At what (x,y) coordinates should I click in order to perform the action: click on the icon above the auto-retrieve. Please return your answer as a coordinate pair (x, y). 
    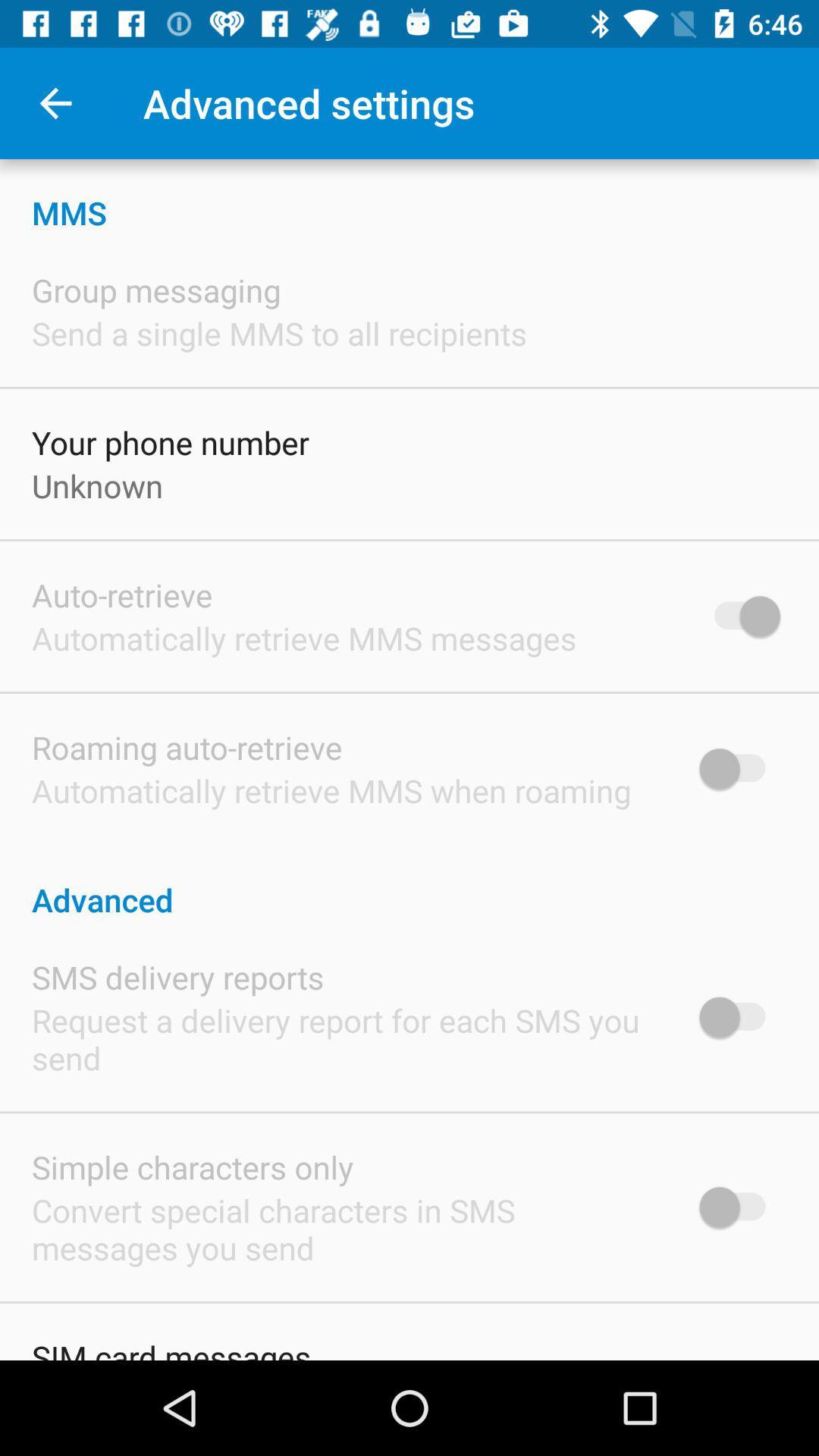
    Looking at the image, I should click on (97, 485).